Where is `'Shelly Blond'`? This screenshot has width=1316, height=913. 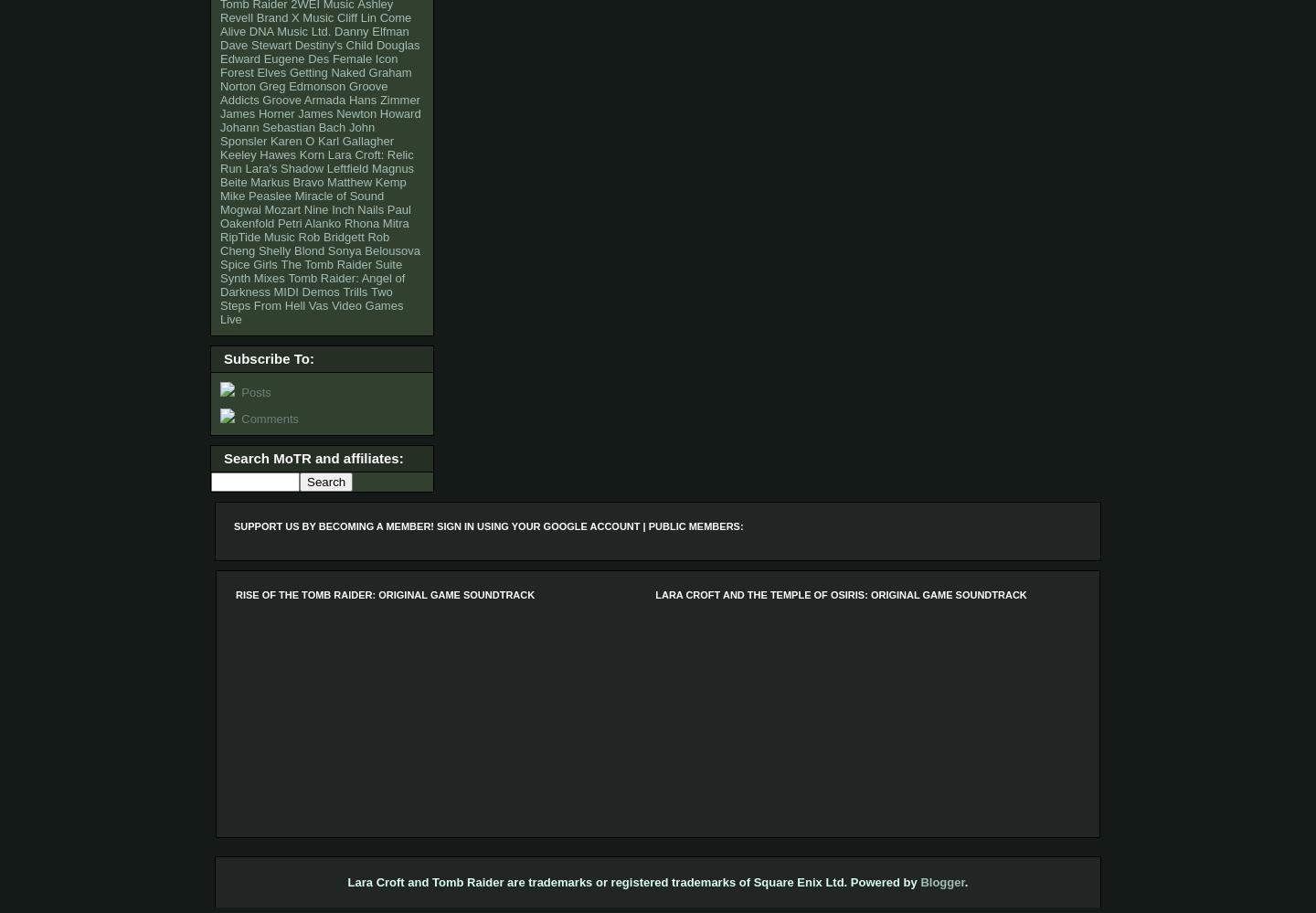
'Shelly Blond' is located at coordinates (256, 250).